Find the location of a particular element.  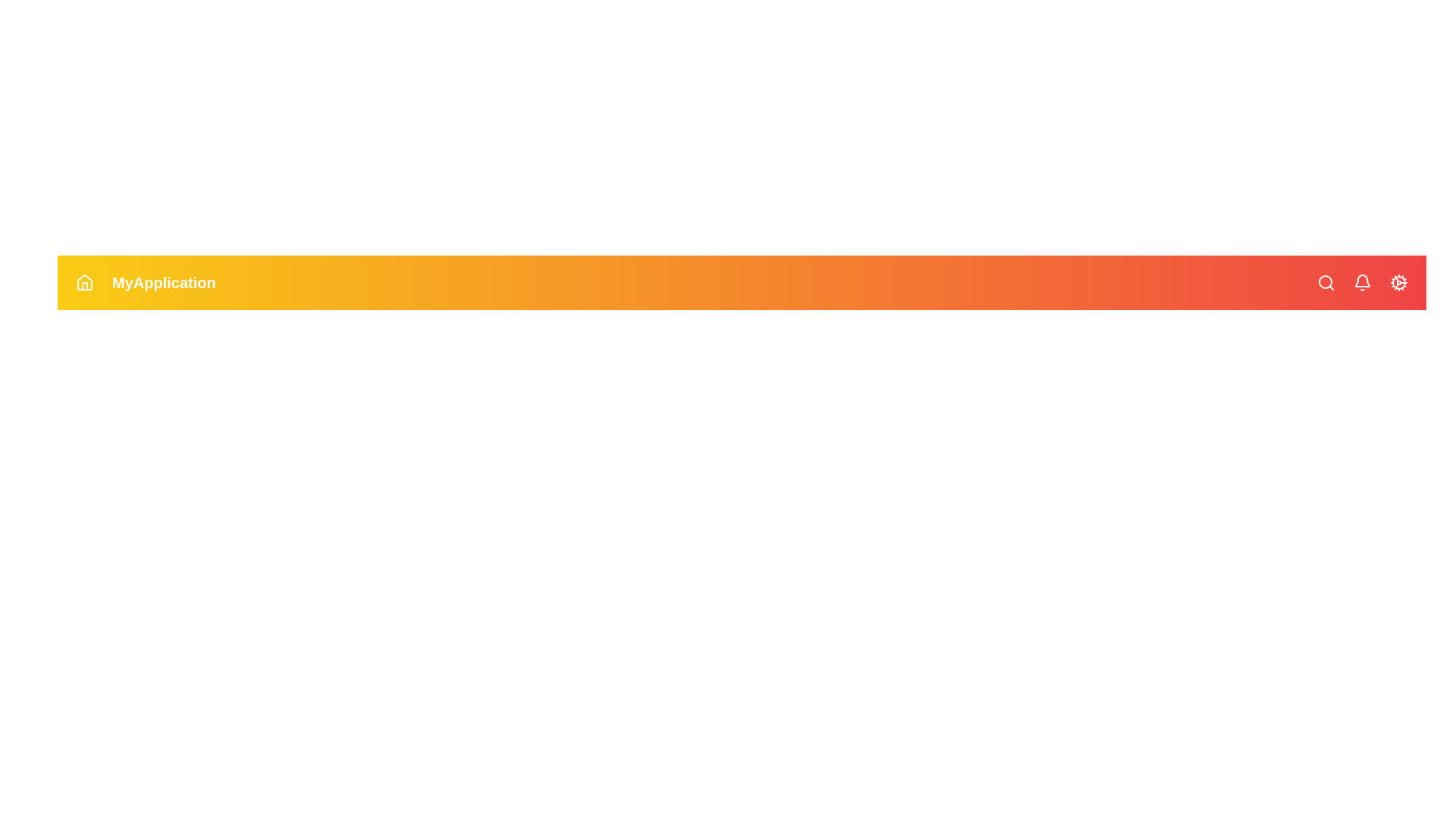

the circle element that forms the lens of the magnifying glass icon, which represents the search functionality in the top-right section of the application interface is located at coordinates (1324, 281).